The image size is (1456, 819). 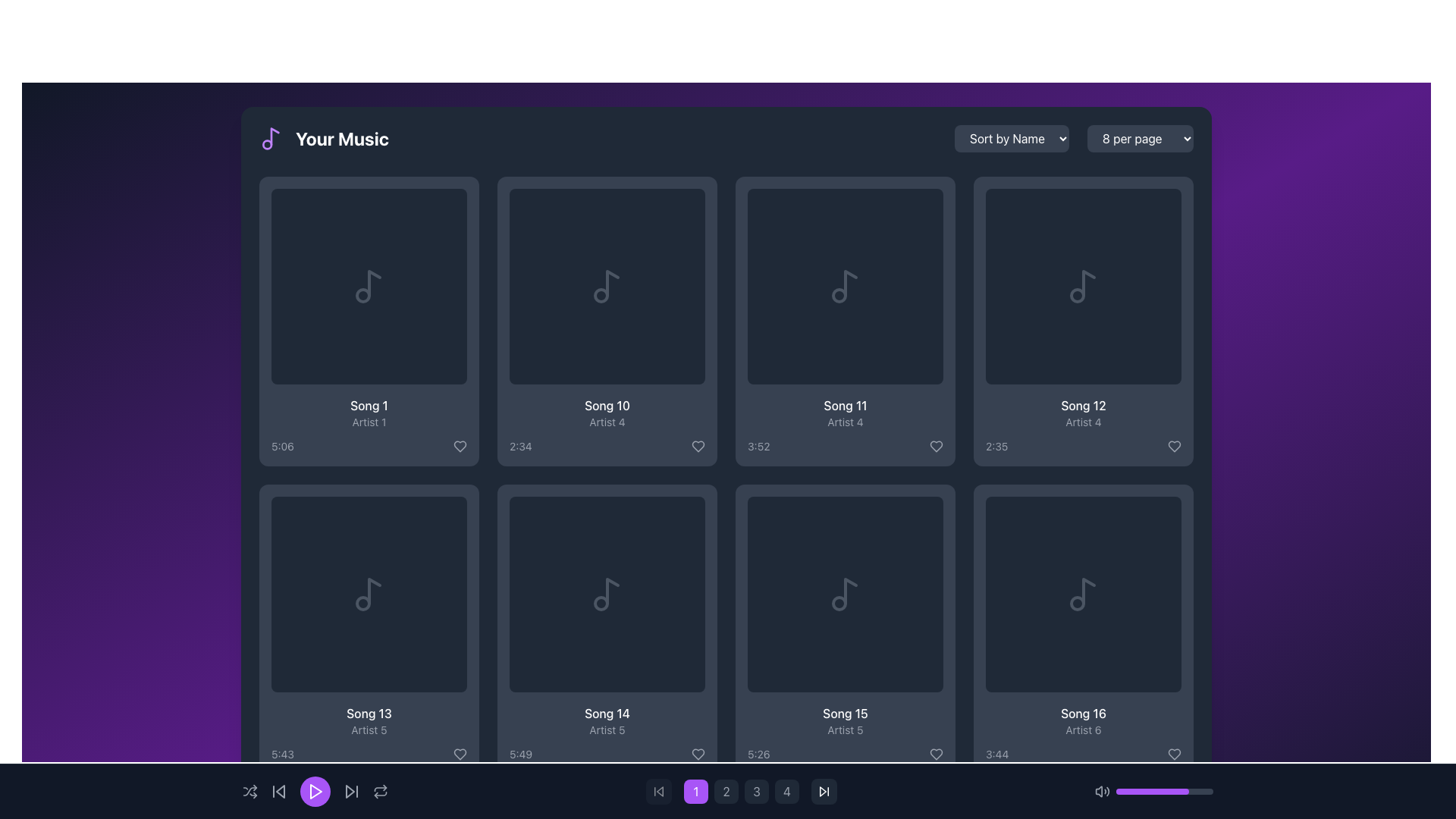 What do you see at coordinates (369, 321) in the screenshot?
I see `the Music tile card located in the top-left corner of the grid` at bounding box center [369, 321].